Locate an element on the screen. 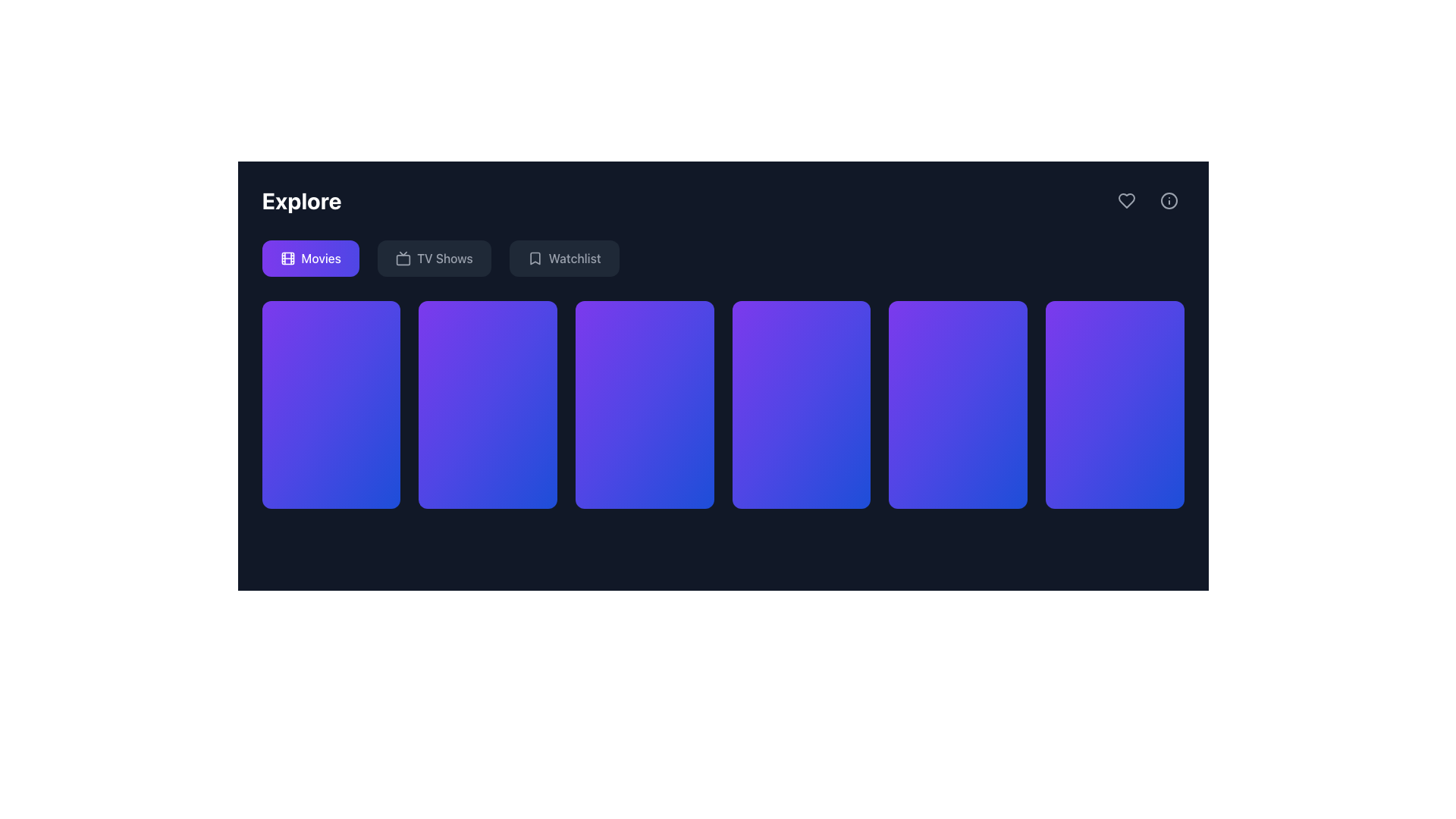 The width and height of the screenshot is (1456, 819). the third button from the left in the horizontal button group at the top center of the application is located at coordinates (563, 257).